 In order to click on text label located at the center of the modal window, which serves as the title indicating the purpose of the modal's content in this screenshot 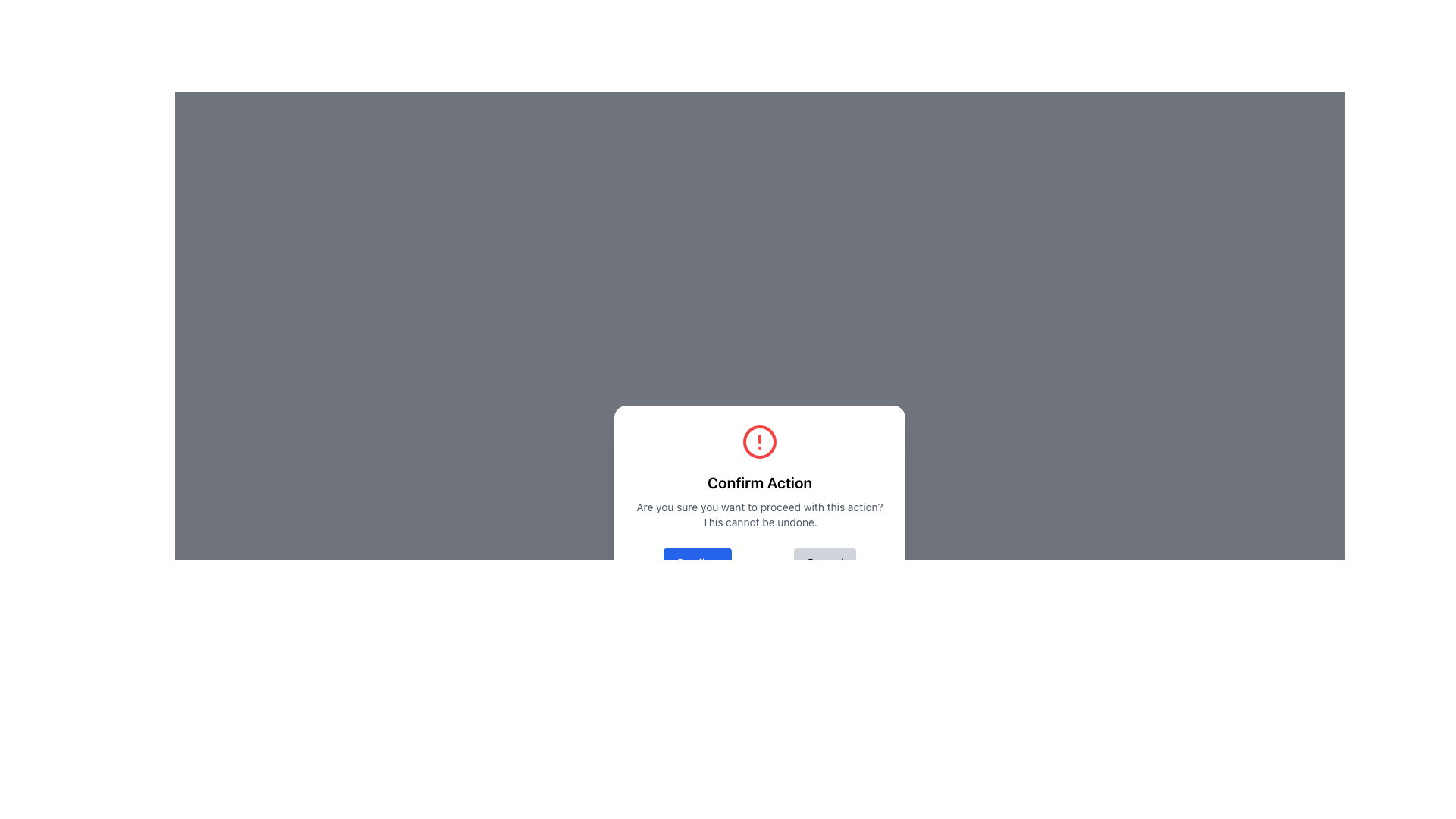, I will do `click(760, 482)`.